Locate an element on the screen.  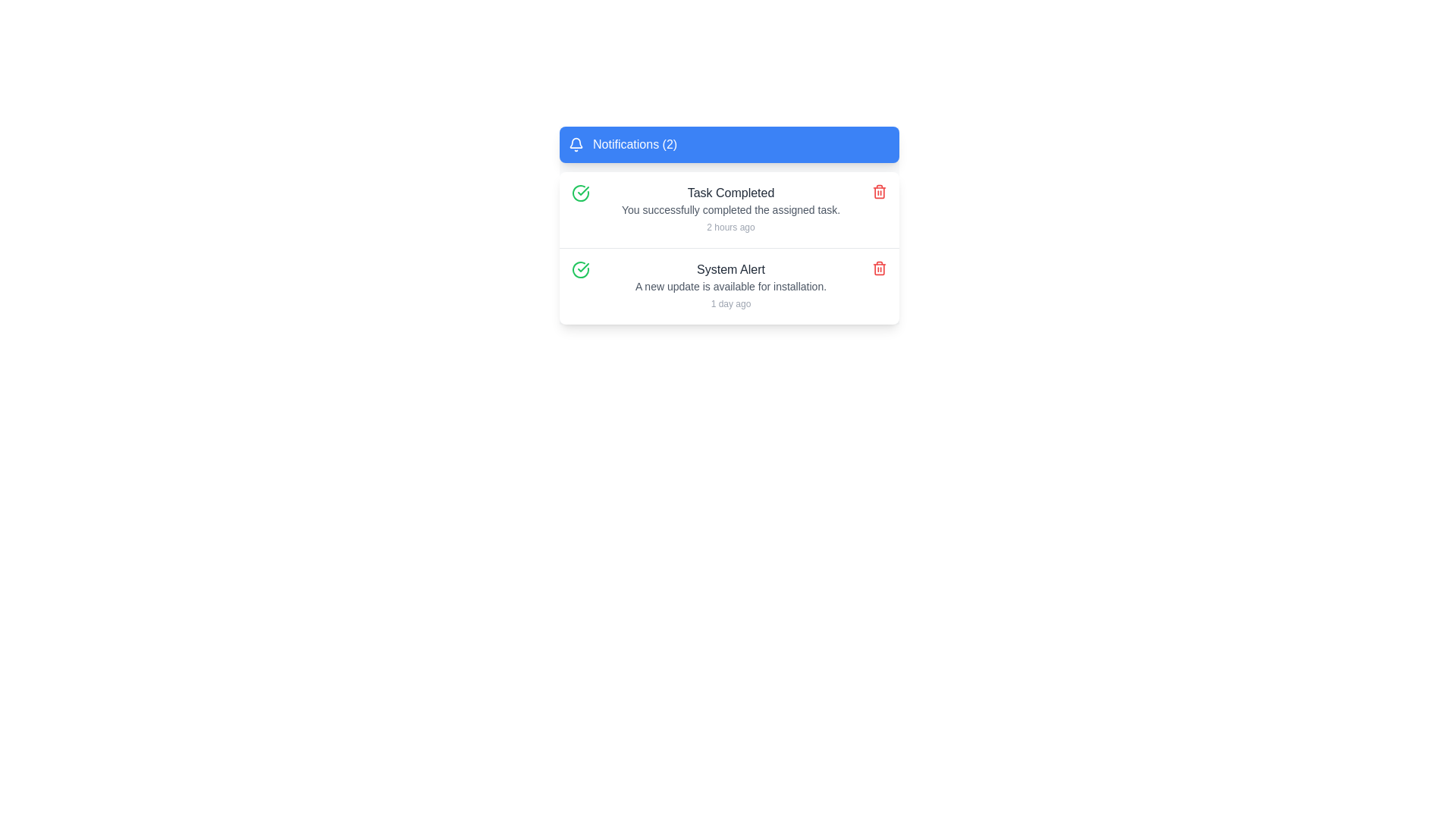
the static text label at the top of the notification card that displays the message 'A new update is available for installation.' is located at coordinates (731, 268).